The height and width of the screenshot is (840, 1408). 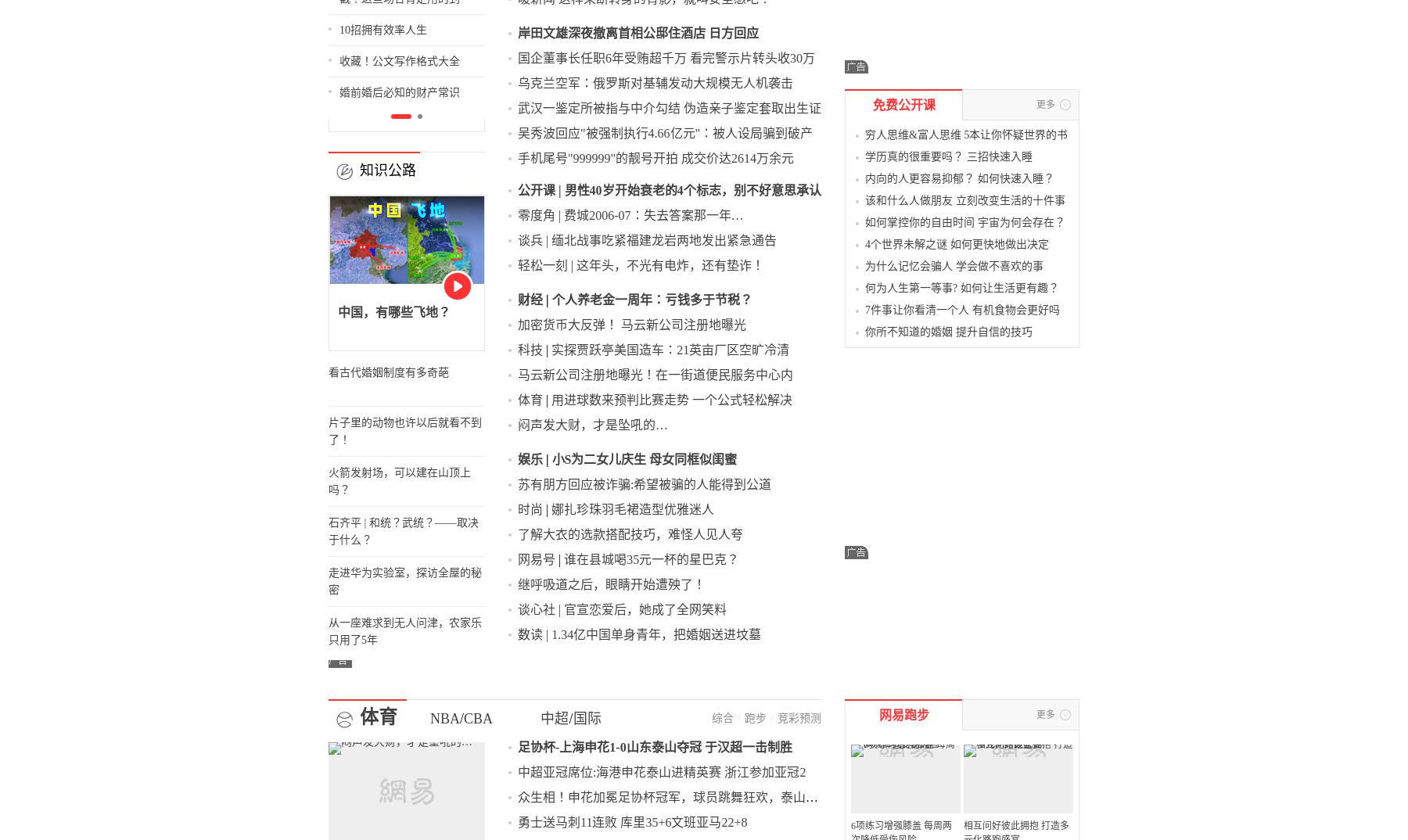 I want to click on '苏有朋方回应被诈骗:希望被骗的人能得到公道', so click(x=714, y=382).